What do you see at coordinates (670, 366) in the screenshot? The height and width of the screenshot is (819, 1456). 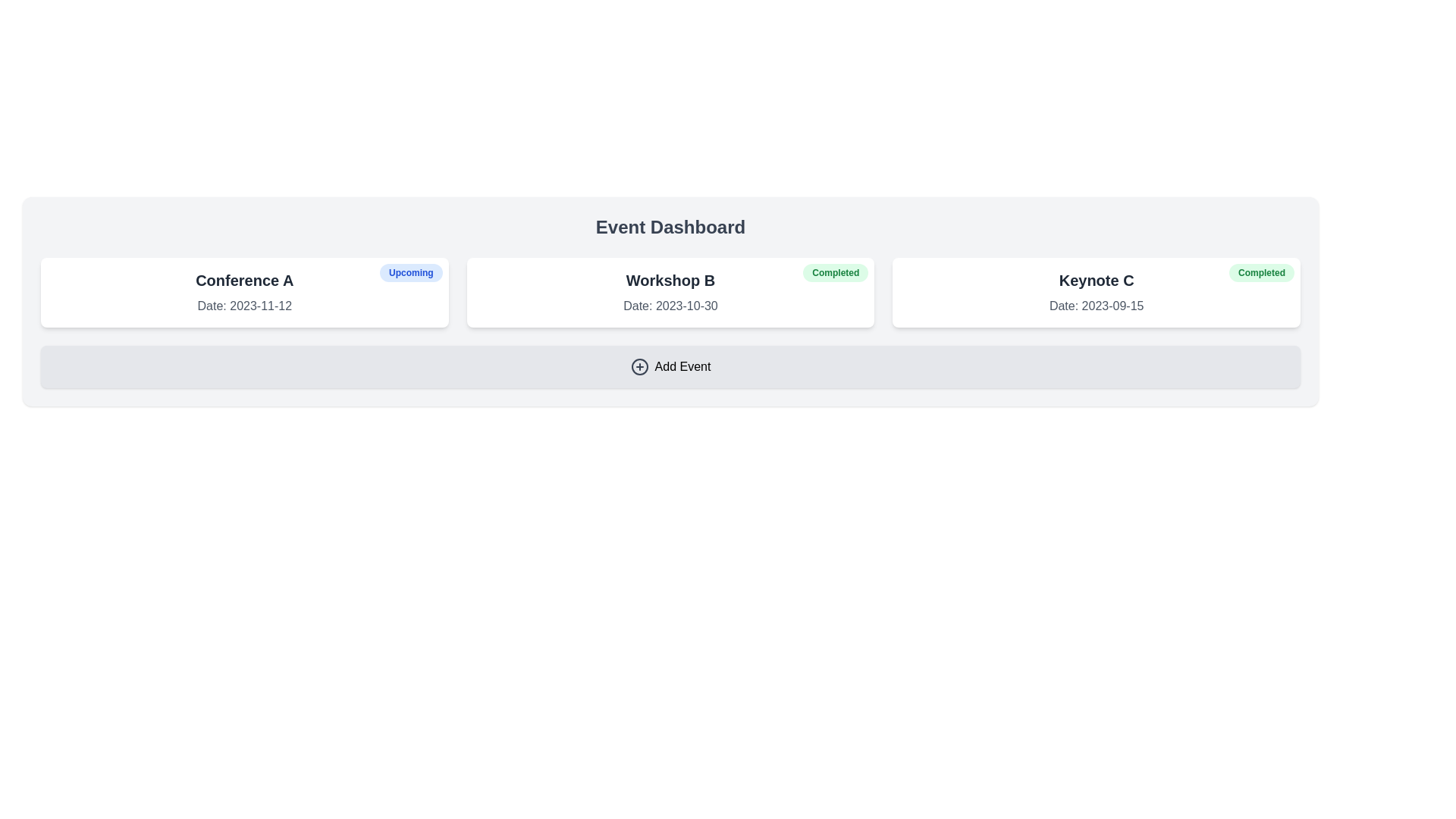 I see `the 'Add Event' button, a rectangular light gray button with rounded edges located at the bottom of the 'Event Dashboard' grid layout` at bounding box center [670, 366].